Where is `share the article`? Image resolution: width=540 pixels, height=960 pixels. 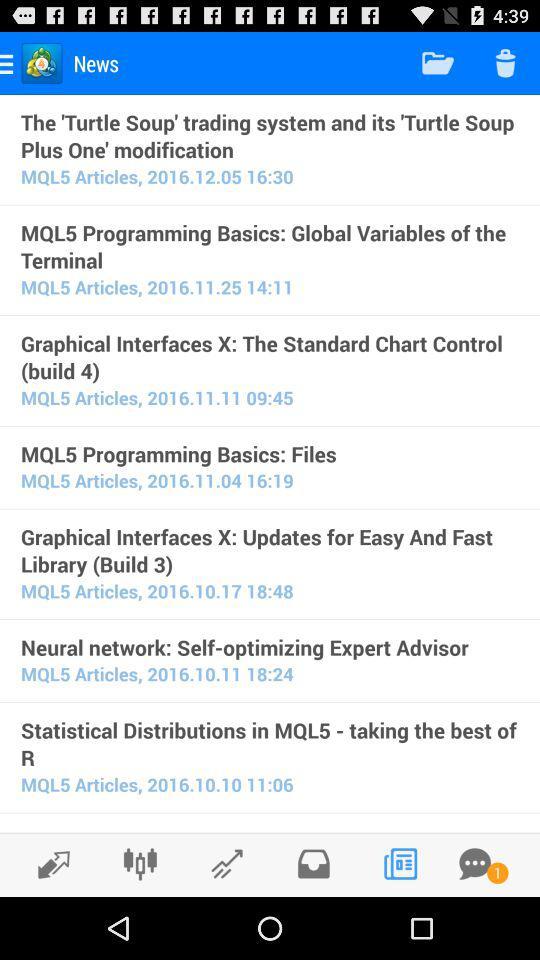
share the article is located at coordinates (313, 863).